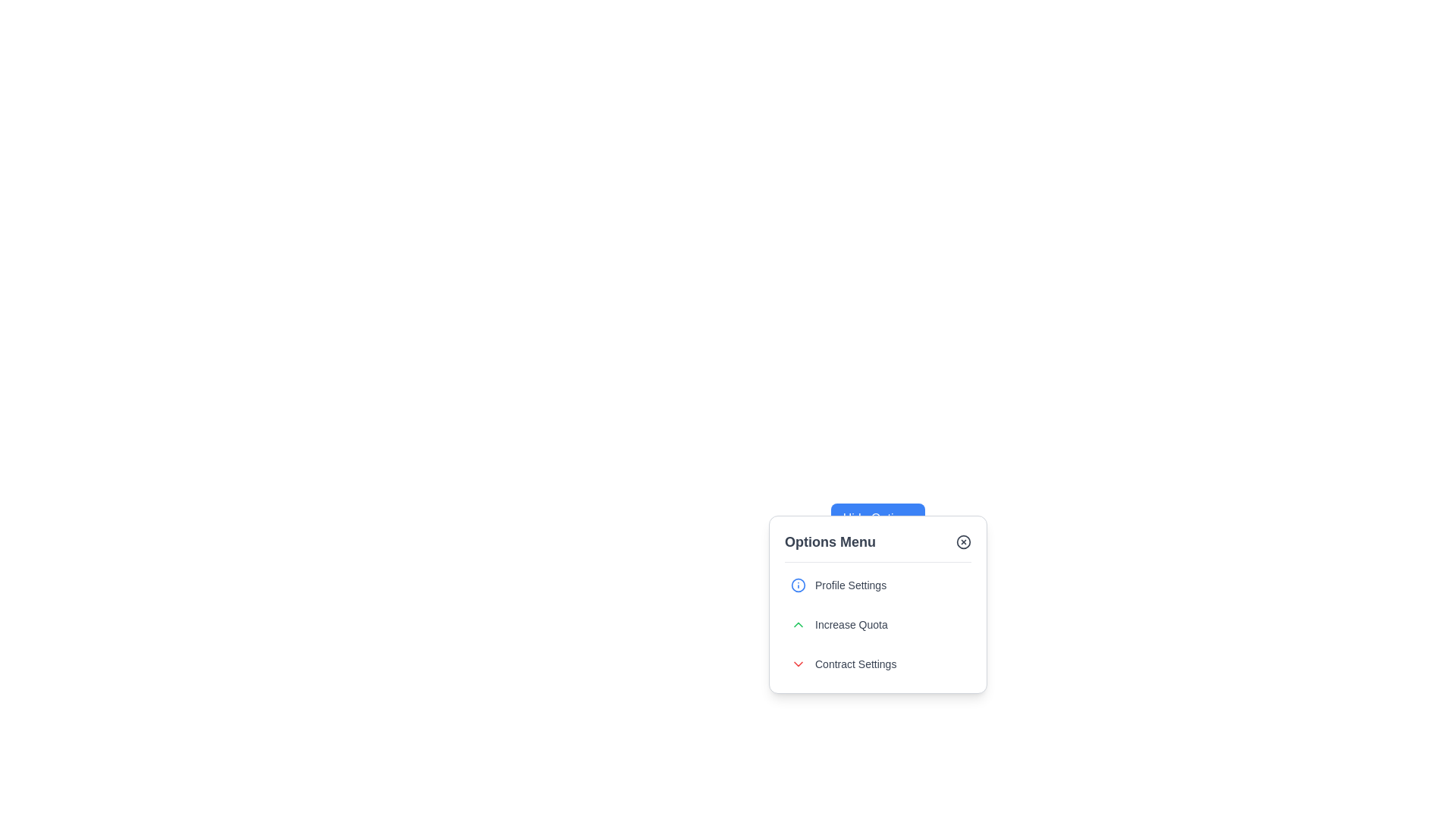 The height and width of the screenshot is (819, 1456). What do you see at coordinates (851, 584) in the screenshot?
I see `the 'Profile Settings' label, which is displayed in gray and is part of the dropdown menu under 'Options Menu'` at bounding box center [851, 584].